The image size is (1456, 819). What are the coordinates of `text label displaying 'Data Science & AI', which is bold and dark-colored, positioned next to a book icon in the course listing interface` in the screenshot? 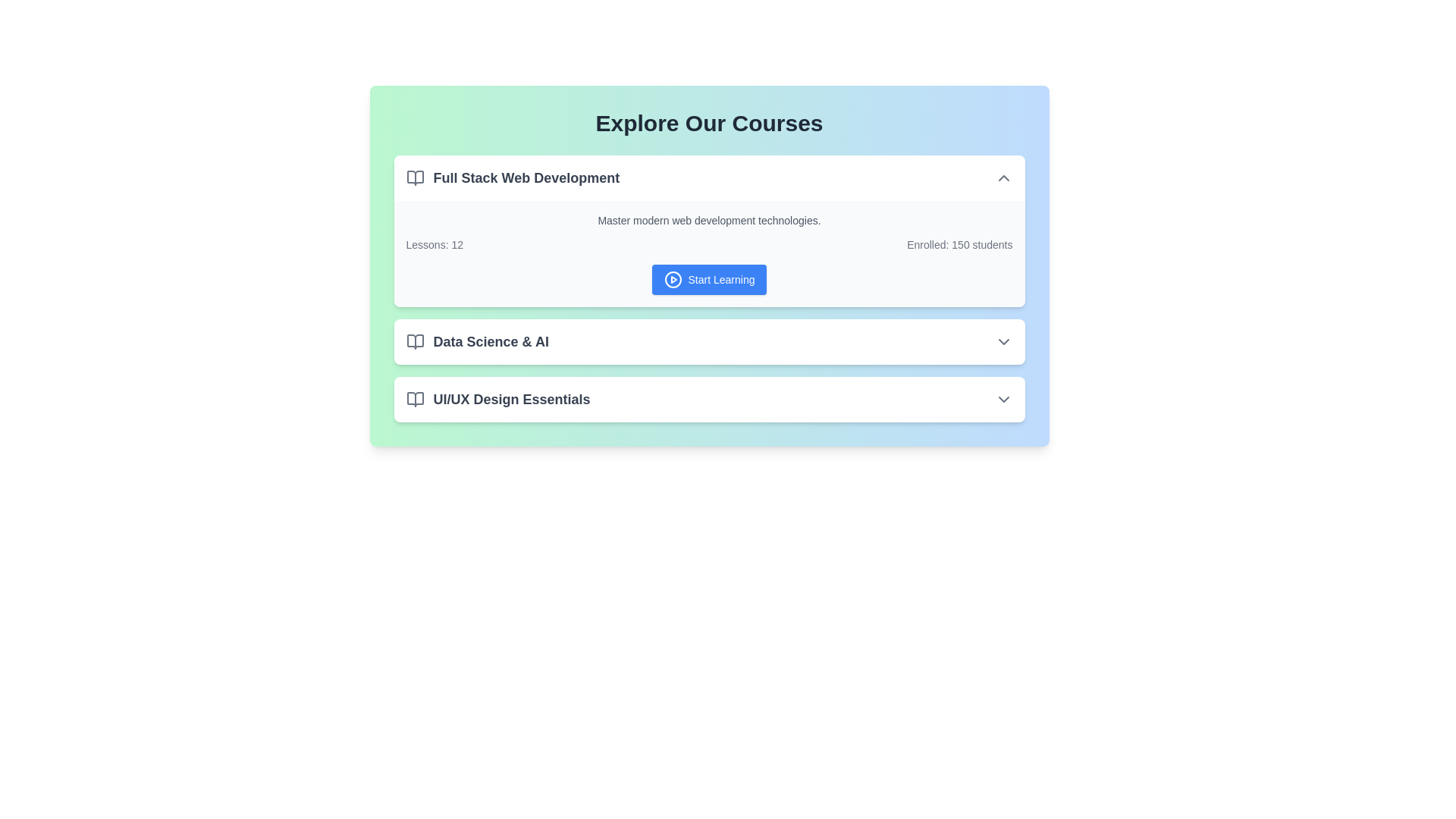 It's located at (491, 342).